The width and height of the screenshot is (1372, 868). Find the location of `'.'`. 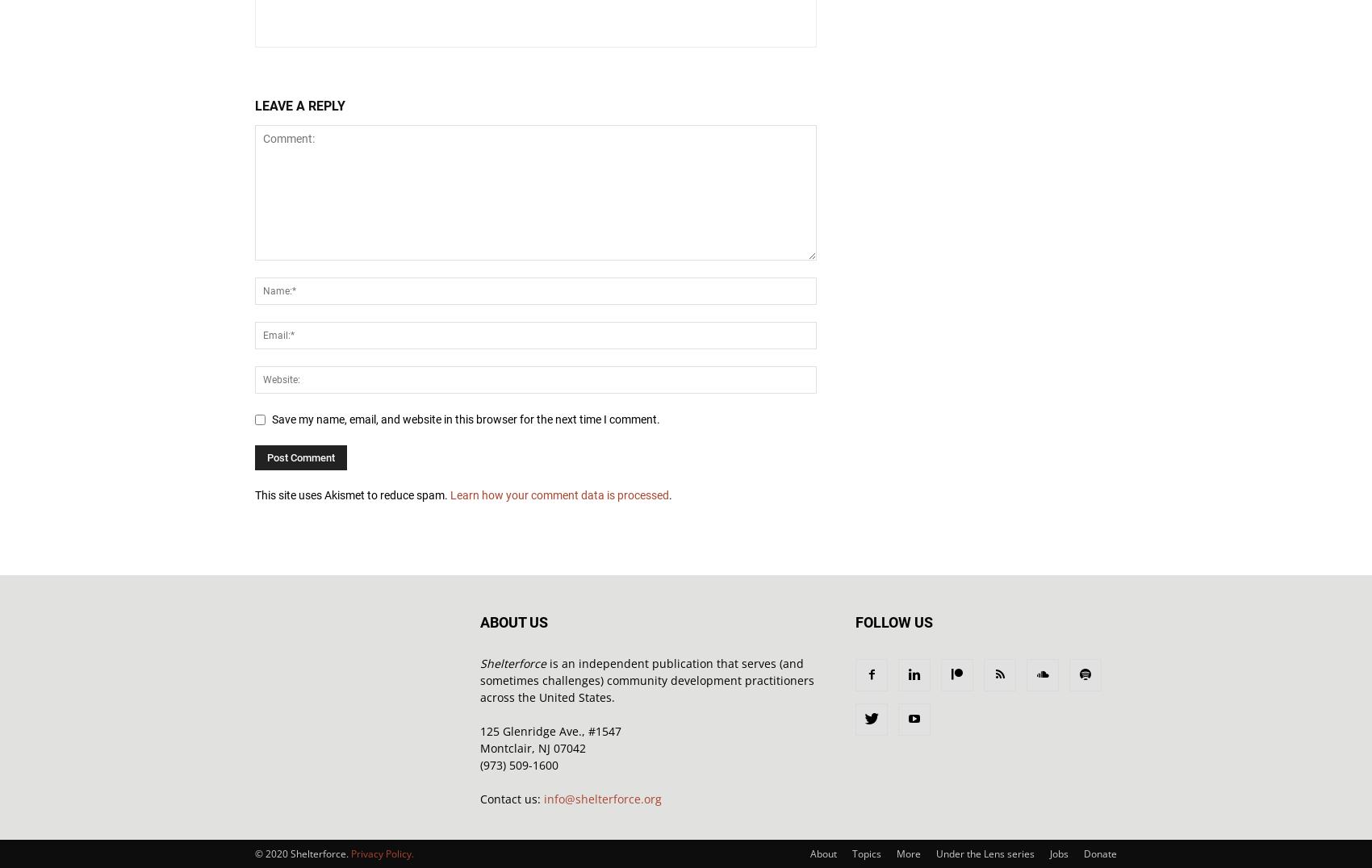

'.' is located at coordinates (669, 495).